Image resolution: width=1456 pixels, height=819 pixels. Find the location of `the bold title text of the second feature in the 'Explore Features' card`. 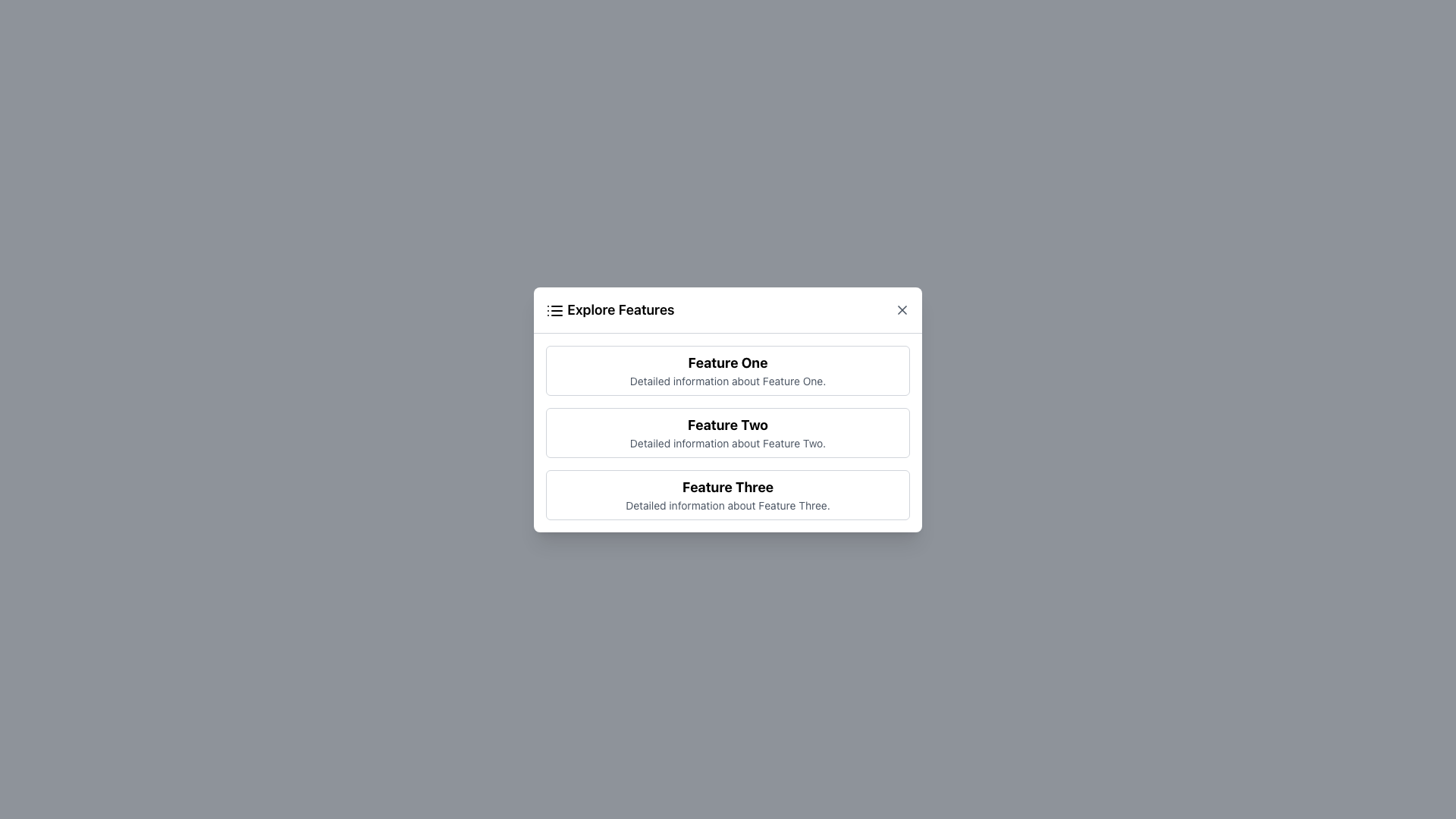

the bold title text of the second feature in the 'Explore Features' card is located at coordinates (728, 424).